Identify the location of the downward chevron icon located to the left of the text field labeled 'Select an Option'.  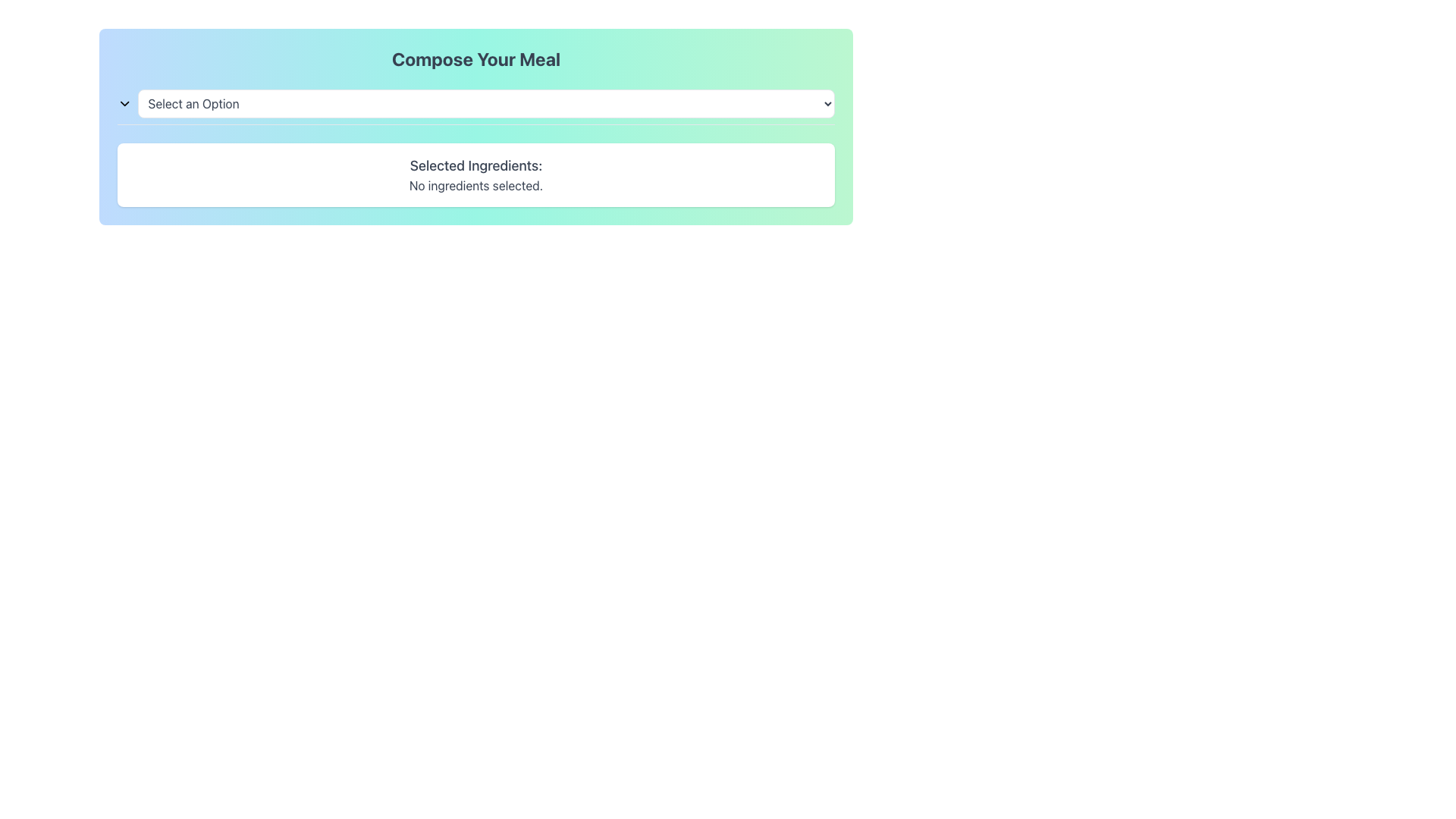
(124, 103).